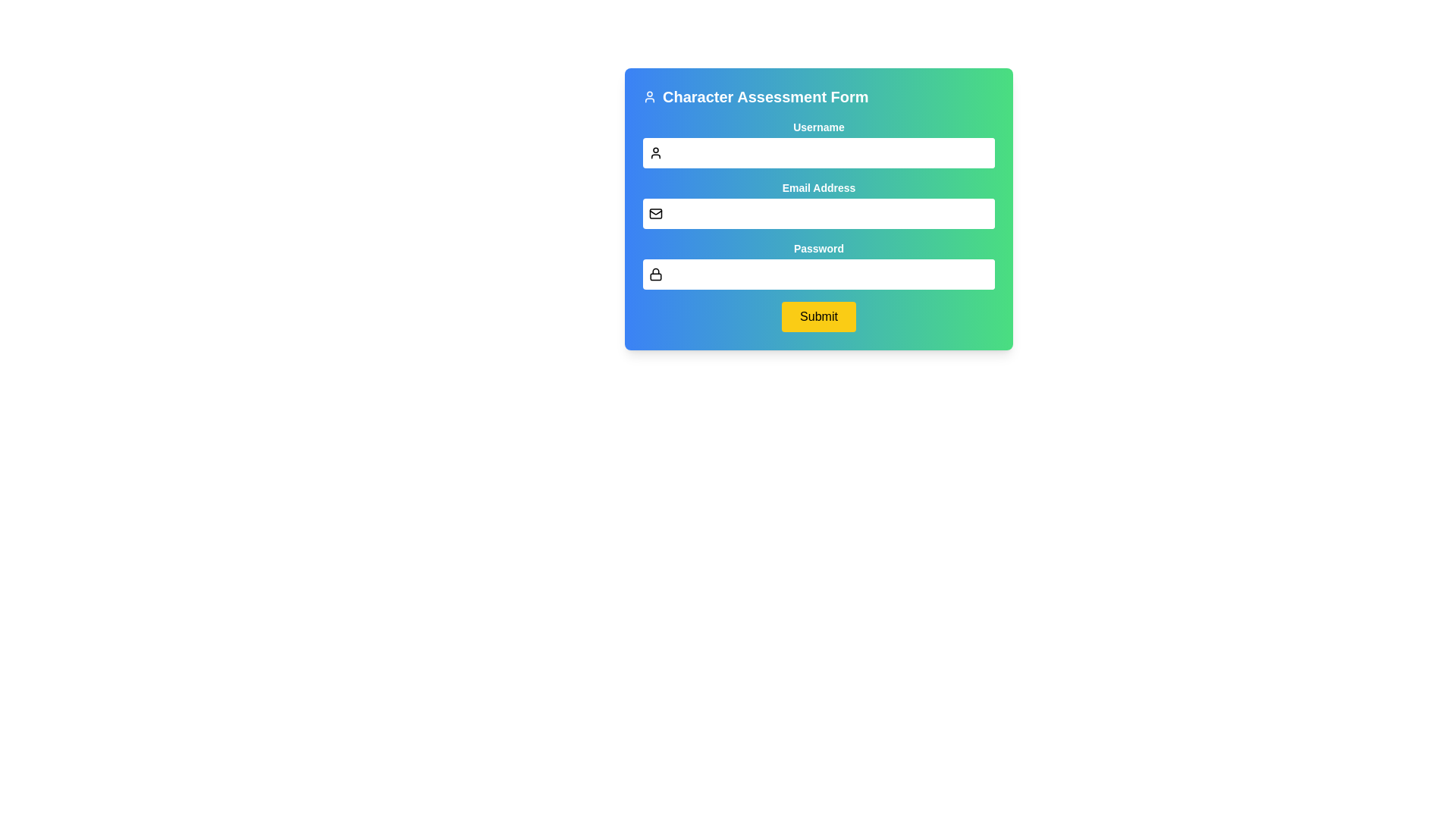 The height and width of the screenshot is (819, 1456). I want to click on the email input field, which is the second input field in the form, positioned below the 'Username' field and above the 'Password' field, to focus on it, so click(828, 213).